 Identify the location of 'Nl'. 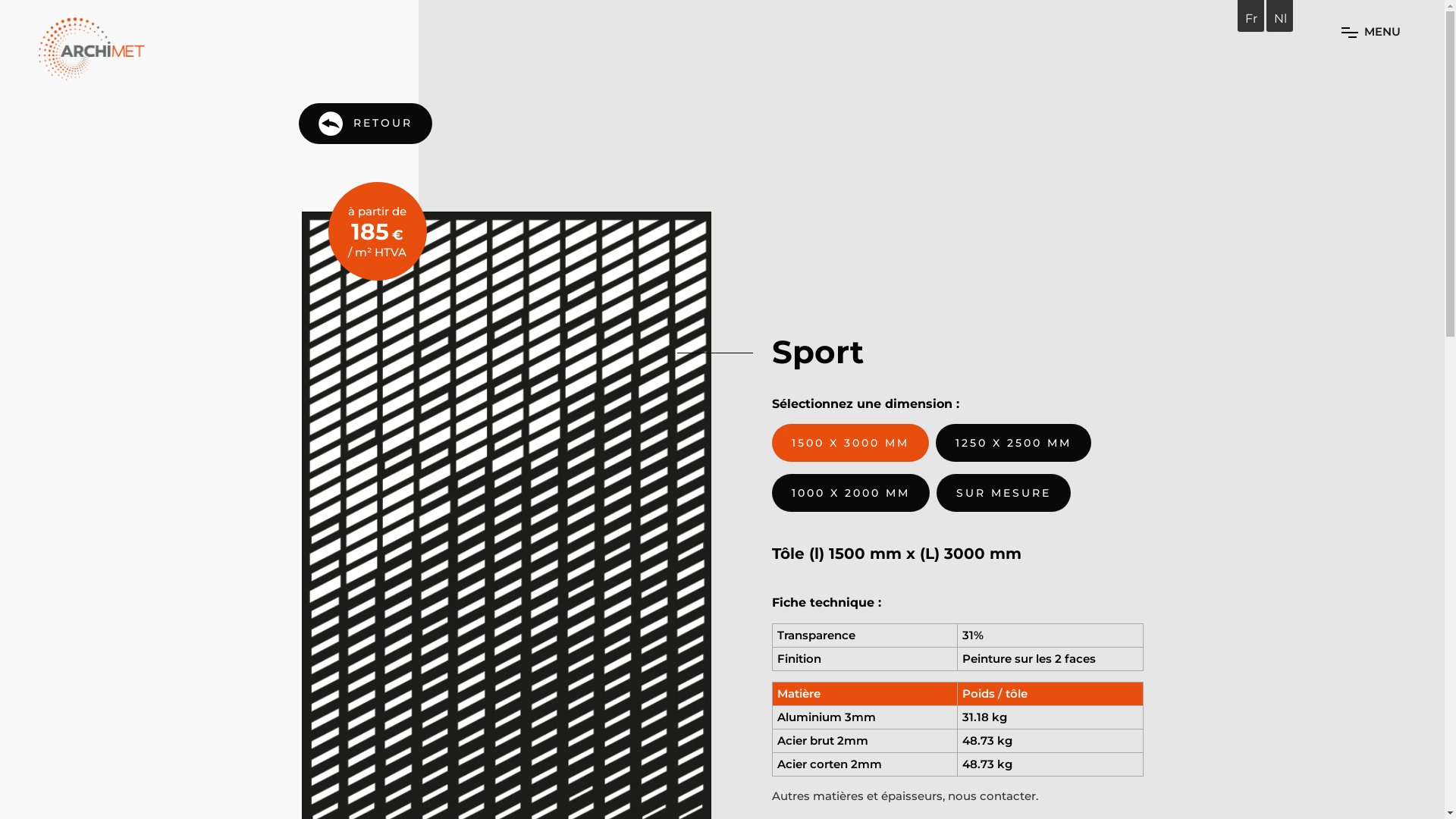
(1279, 18).